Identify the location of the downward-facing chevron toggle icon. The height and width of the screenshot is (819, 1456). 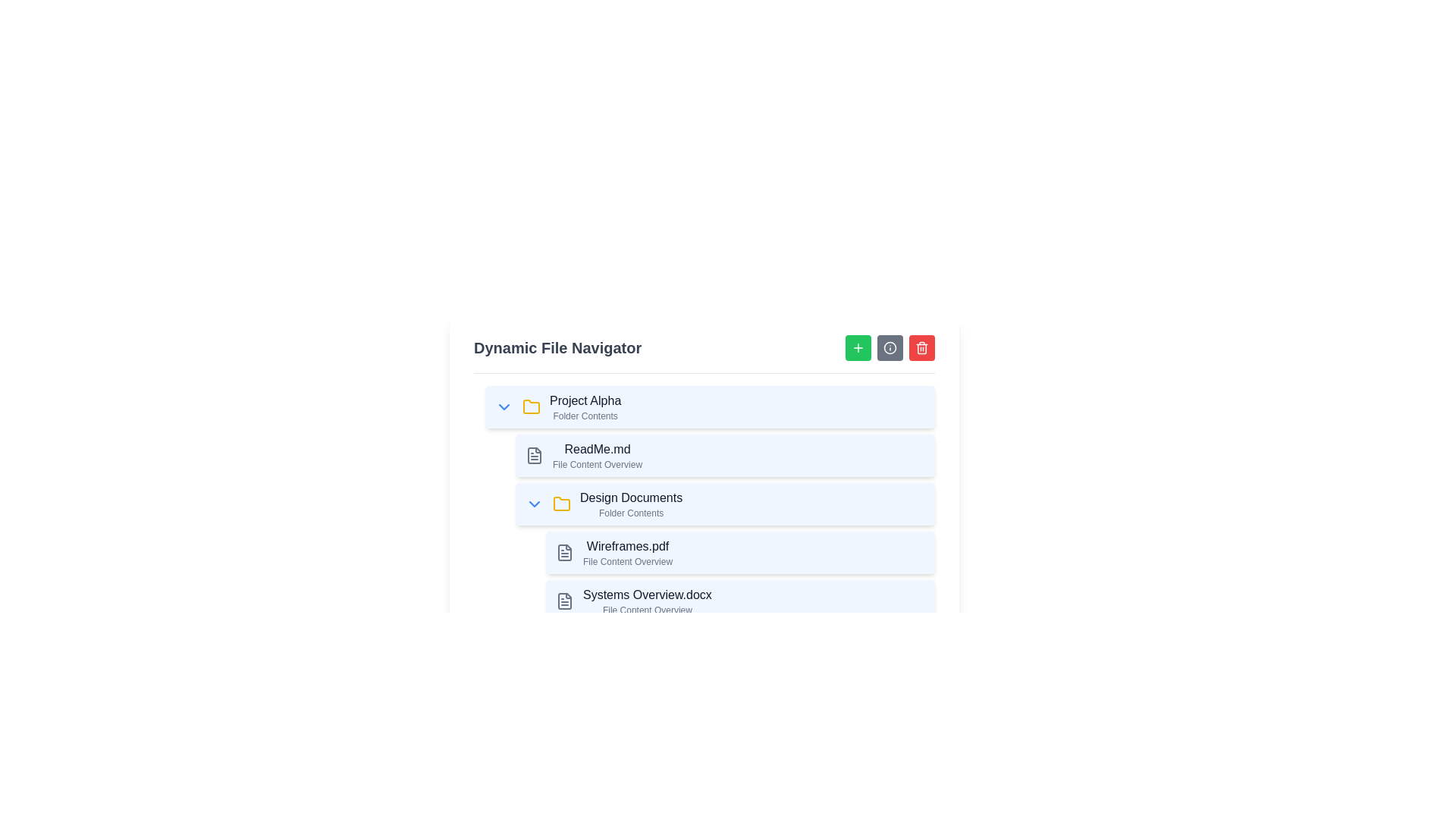
(535, 504).